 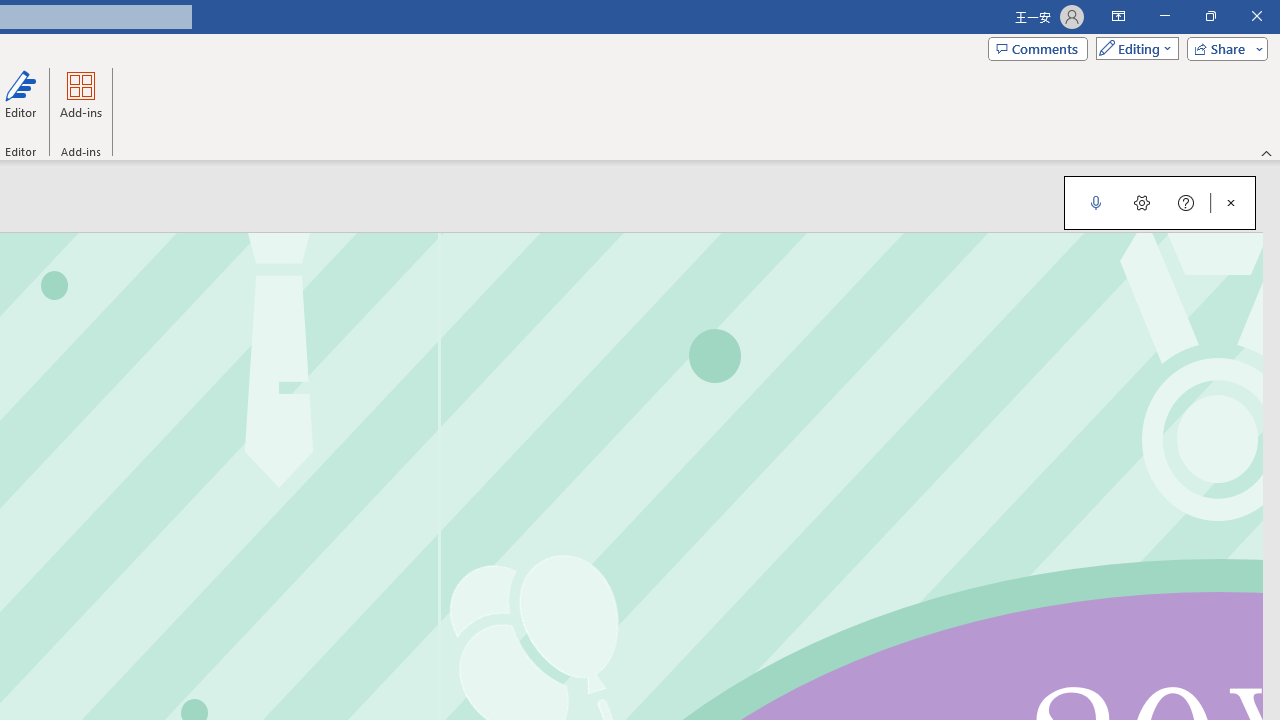 I want to click on 'Dictation Settings', so click(x=1142, y=203).